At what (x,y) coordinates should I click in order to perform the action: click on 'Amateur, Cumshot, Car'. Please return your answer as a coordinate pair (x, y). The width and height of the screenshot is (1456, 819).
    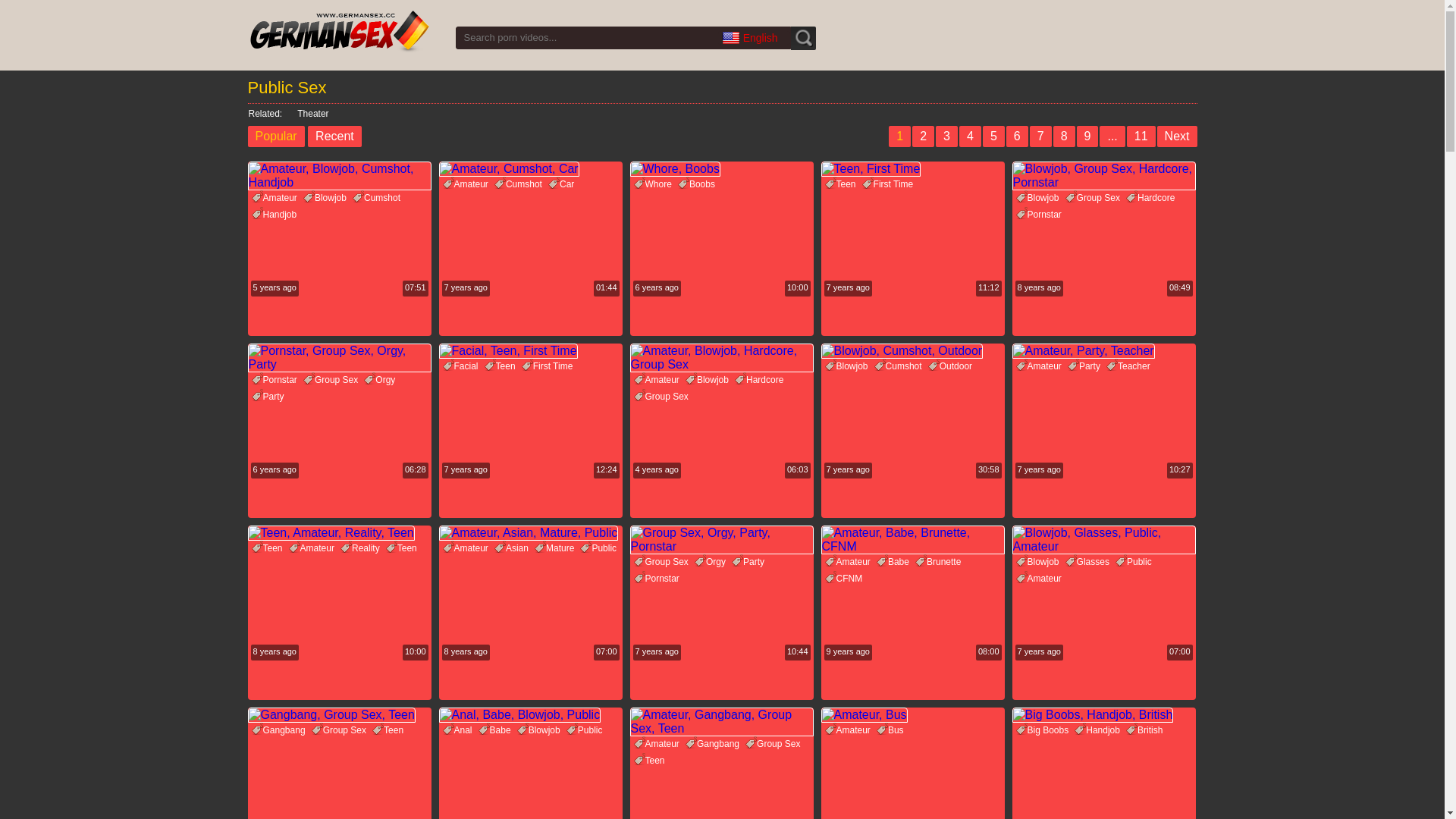
    Looking at the image, I should click on (530, 169).